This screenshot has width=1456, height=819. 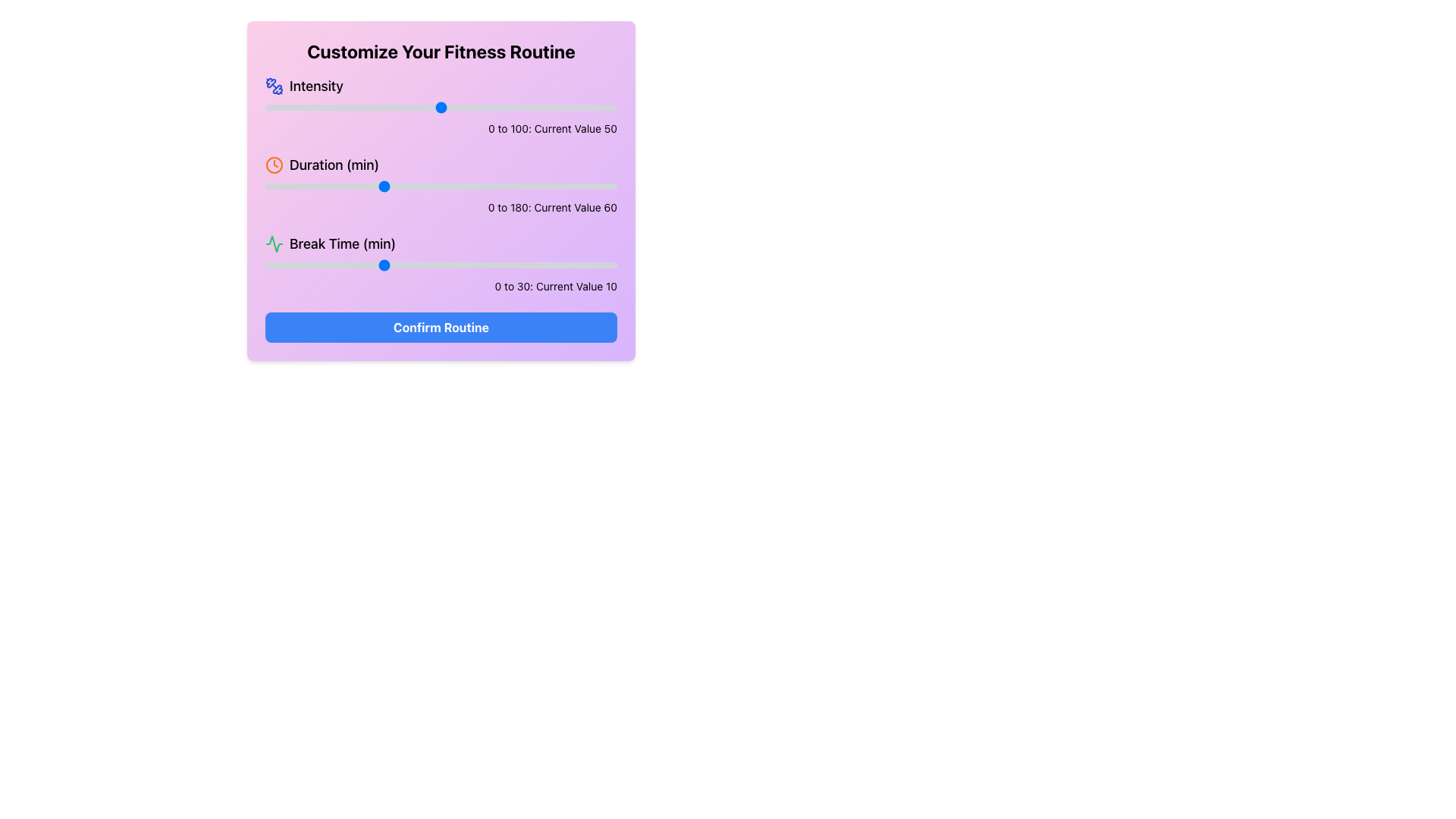 I want to click on the horizontal slider input (Range) for 'Break Time (min)', which is the third slider in the interface with a current value of 10, so click(x=440, y=265).